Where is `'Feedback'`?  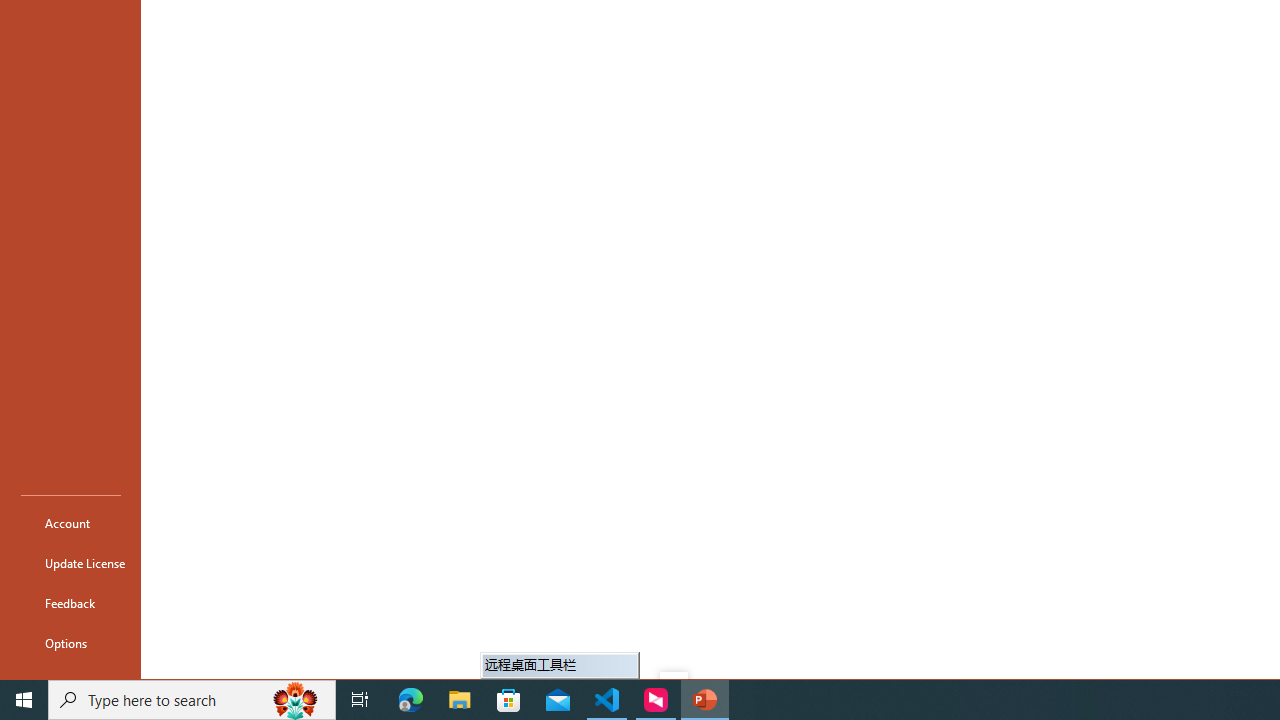 'Feedback' is located at coordinates (71, 602).